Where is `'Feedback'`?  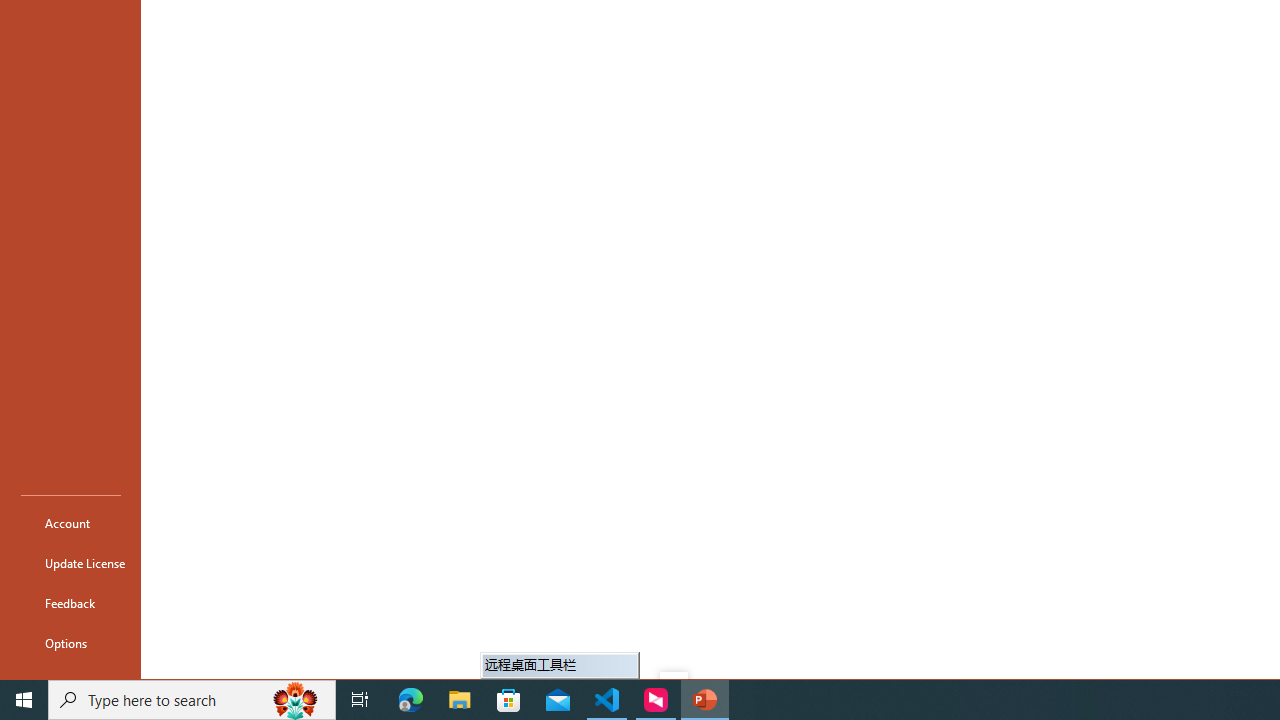 'Feedback' is located at coordinates (71, 602).